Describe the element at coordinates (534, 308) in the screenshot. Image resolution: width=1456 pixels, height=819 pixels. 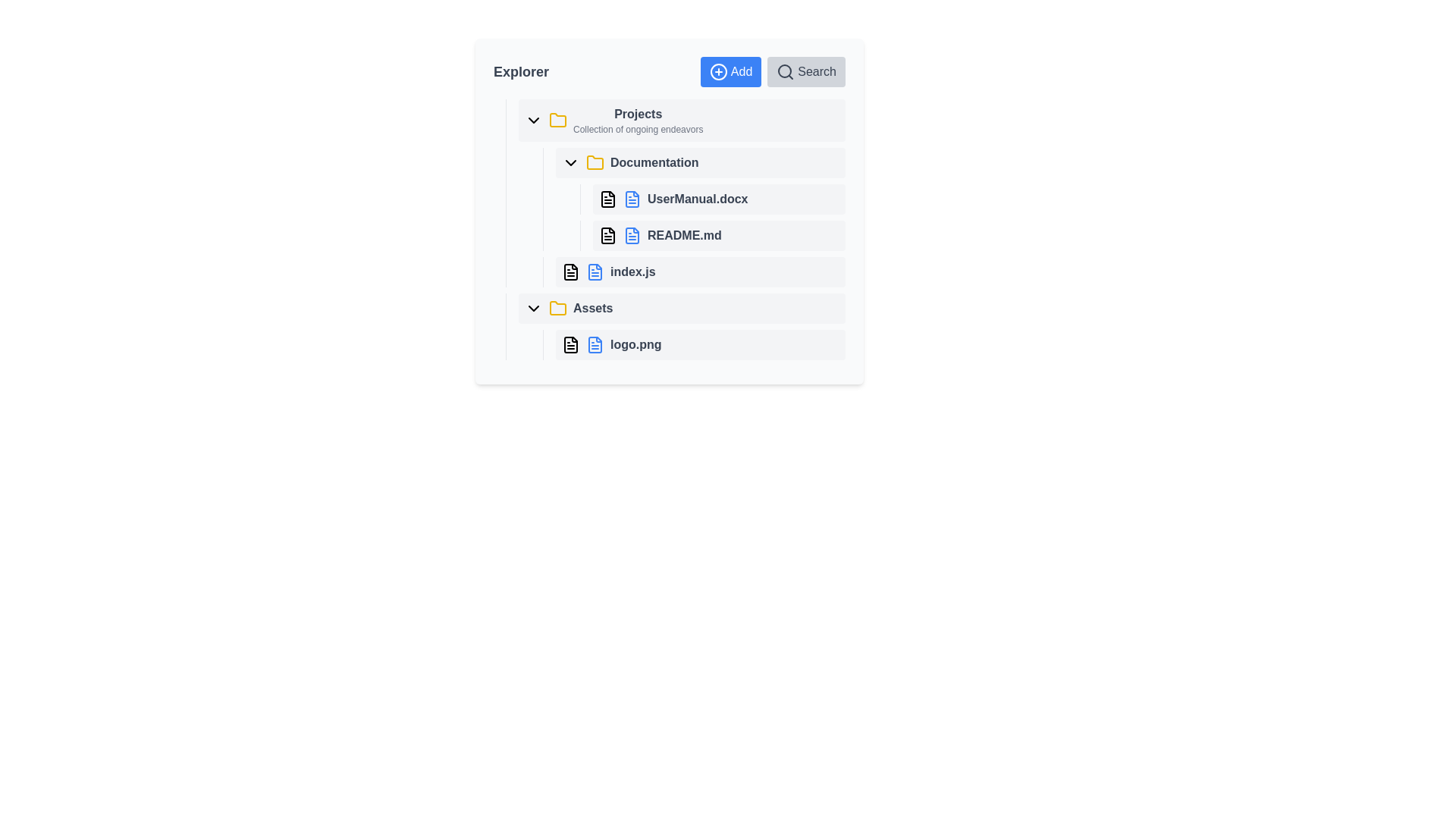
I see `the downward-pointing chevron icon located in the 'Assets' section` at that location.